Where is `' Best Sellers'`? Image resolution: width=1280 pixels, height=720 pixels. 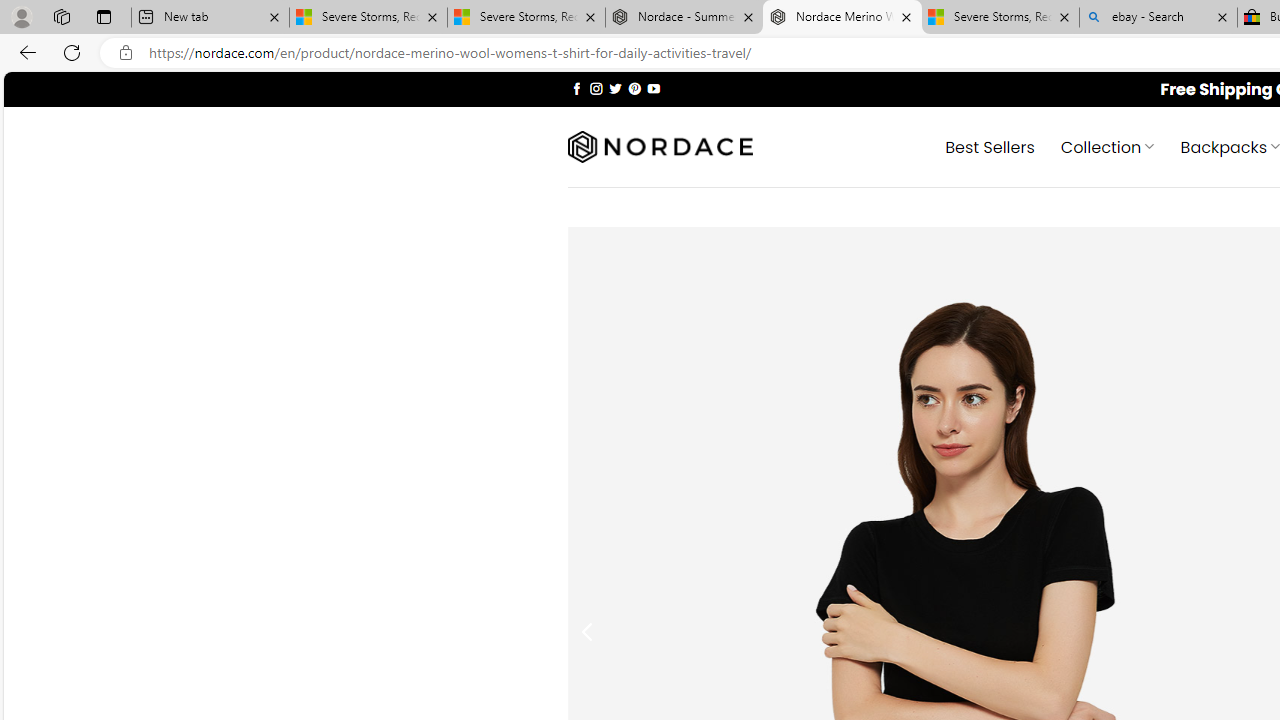
' Best Sellers' is located at coordinates (990, 145).